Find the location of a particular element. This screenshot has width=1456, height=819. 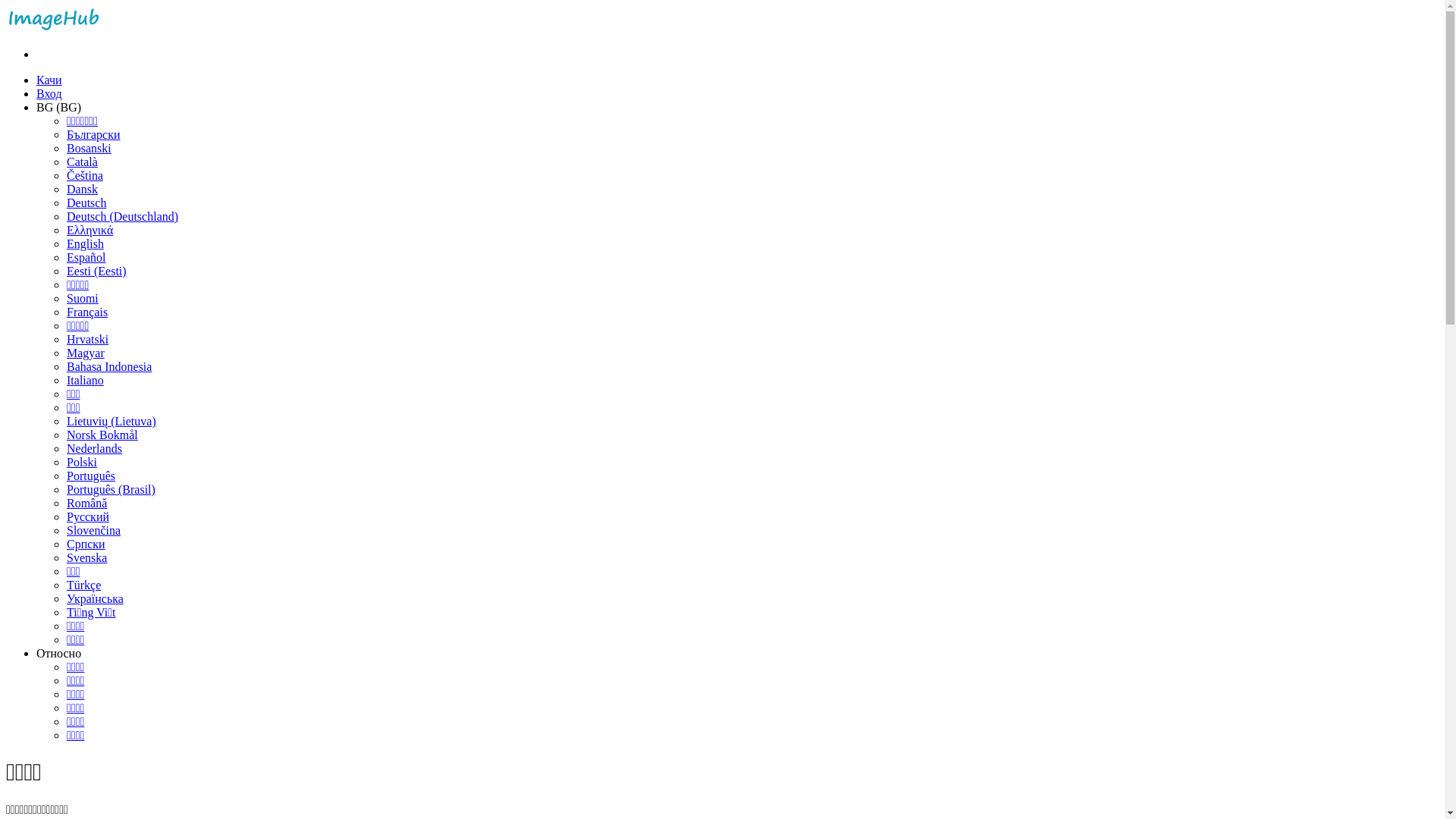

'Dansk' is located at coordinates (81, 188).